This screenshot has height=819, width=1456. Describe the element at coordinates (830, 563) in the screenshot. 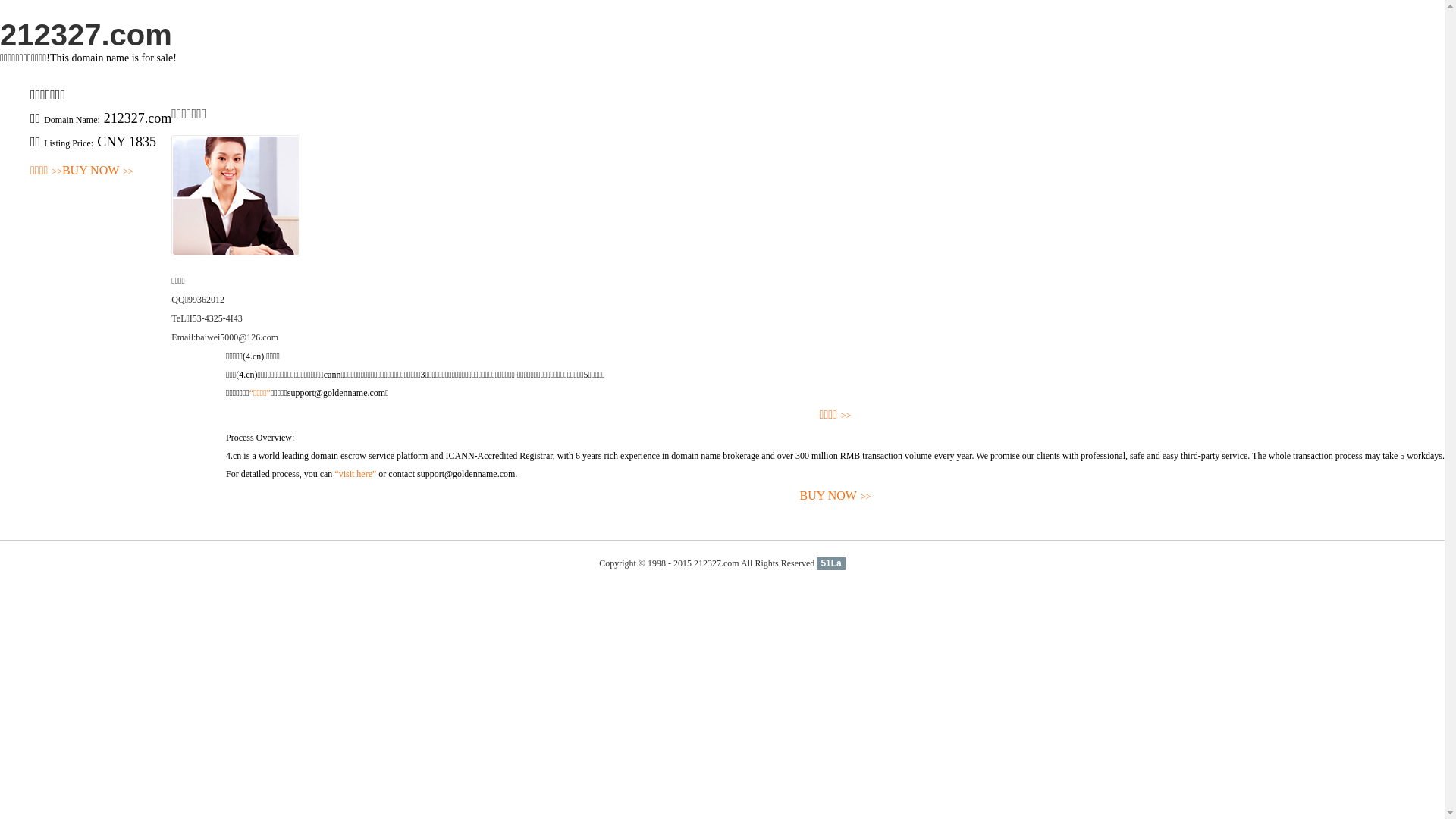

I see `'51La'` at that location.